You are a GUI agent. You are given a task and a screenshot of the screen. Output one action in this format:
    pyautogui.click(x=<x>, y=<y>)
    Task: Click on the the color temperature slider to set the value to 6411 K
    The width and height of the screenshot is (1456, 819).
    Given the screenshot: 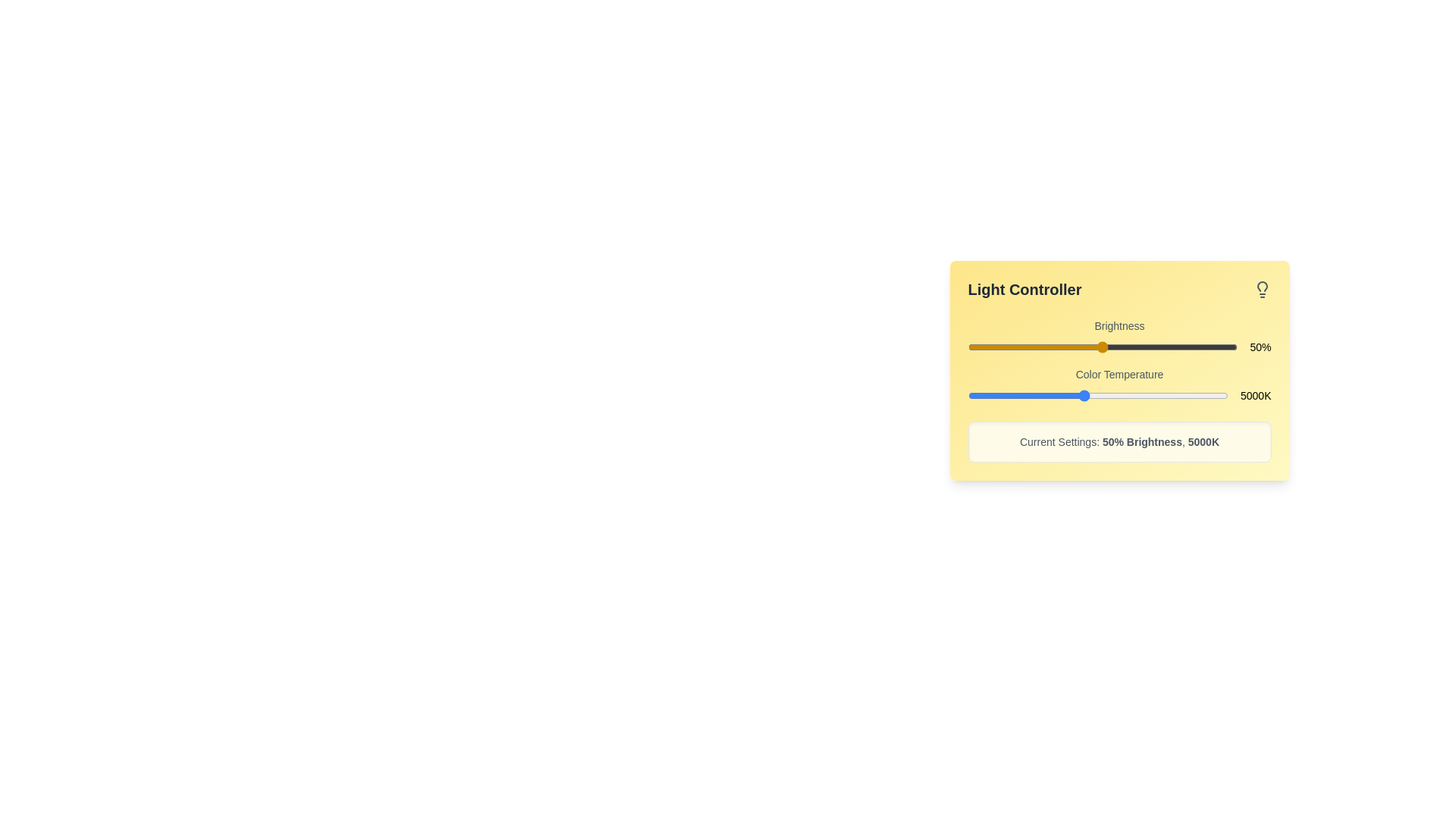 What is the action you would take?
    pyautogui.click(x=1125, y=394)
    